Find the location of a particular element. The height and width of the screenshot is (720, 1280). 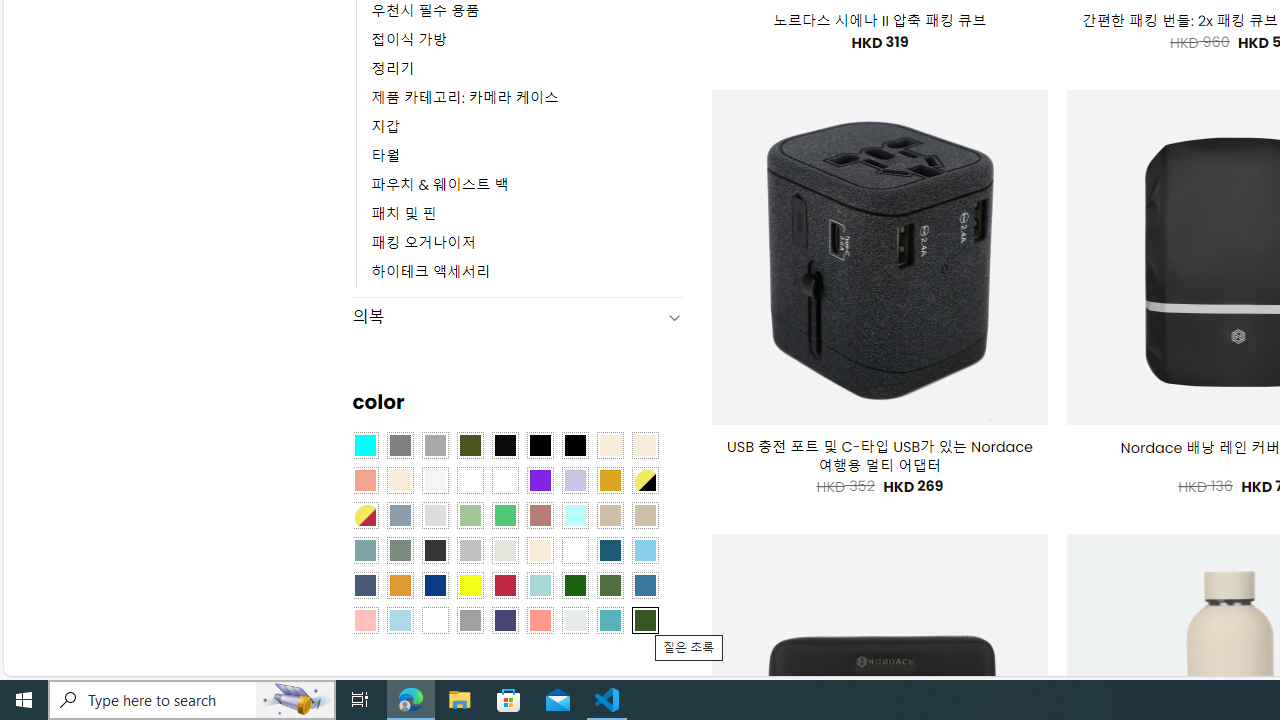

'Coral' is located at coordinates (364, 480).